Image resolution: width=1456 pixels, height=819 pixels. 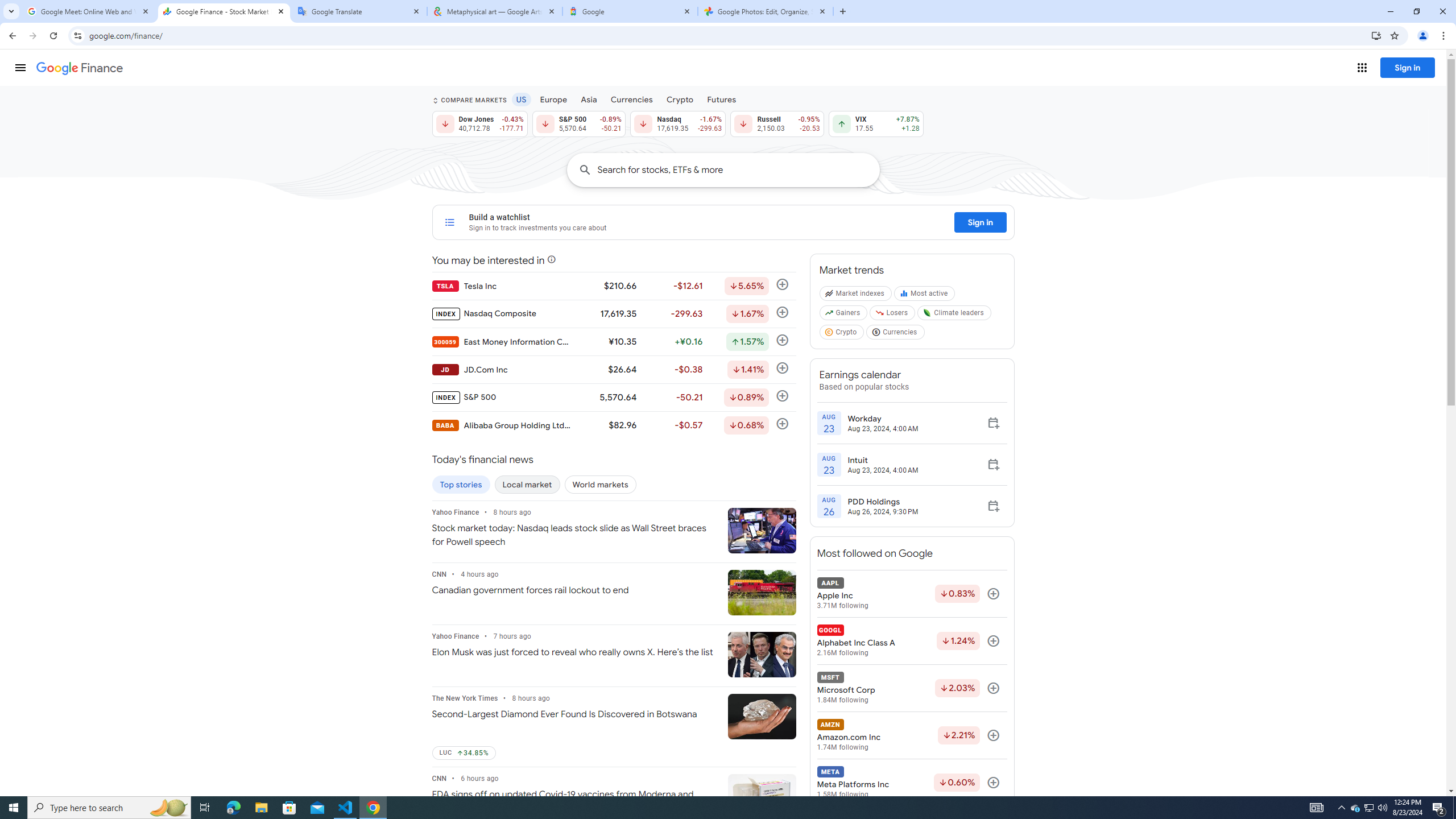 What do you see at coordinates (855, 295) in the screenshot?
I see `'Market indexes'` at bounding box center [855, 295].